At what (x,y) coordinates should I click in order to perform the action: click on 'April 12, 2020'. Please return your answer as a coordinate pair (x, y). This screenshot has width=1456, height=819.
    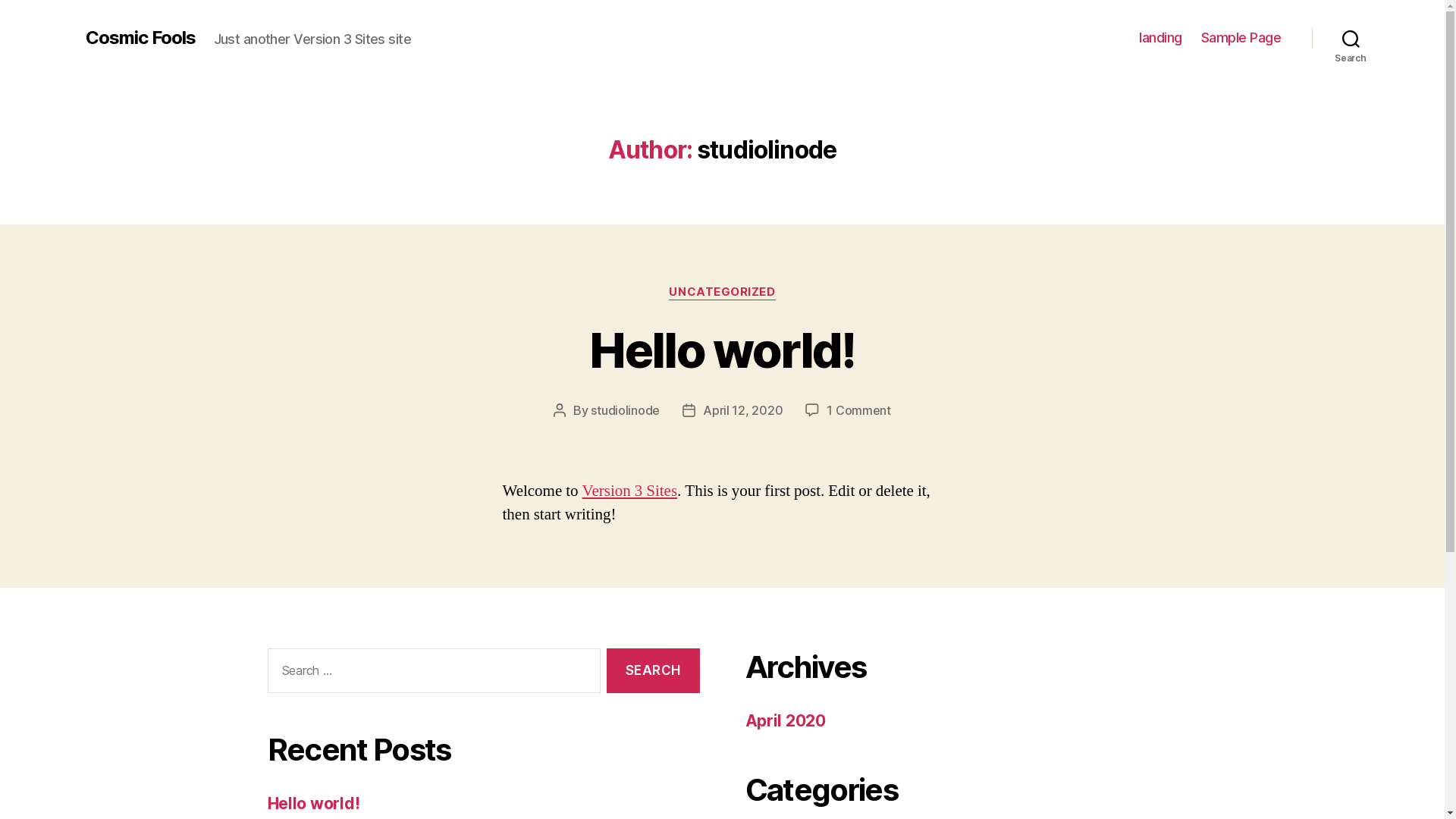
    Looking at the image, I should click on (742, 409).